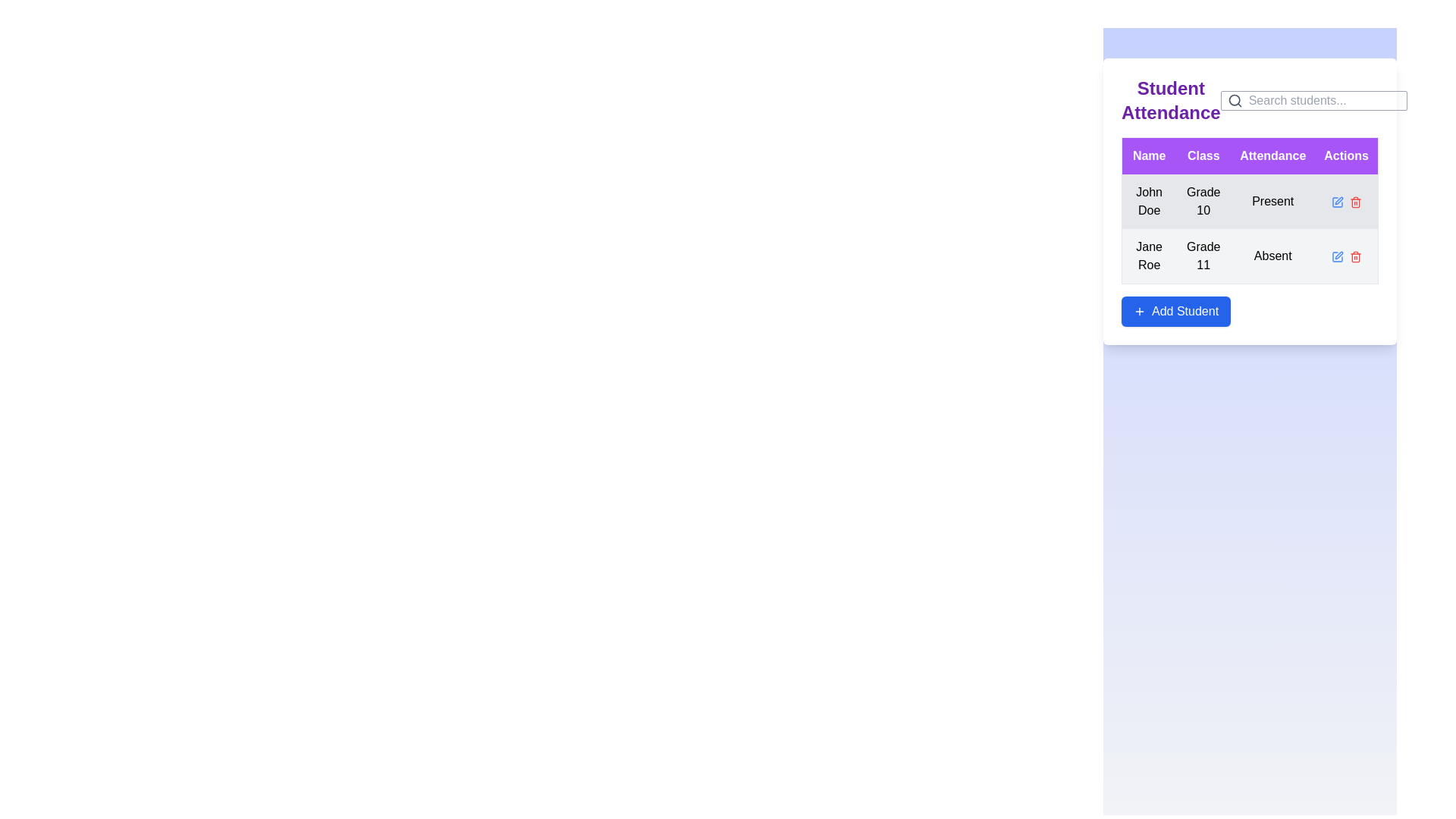 This screenshot has height=819, width=1456. I want to click on the purple rectangular header labeled 'Actions' which is the fourth column header in the table layout, so click(1347, 155).